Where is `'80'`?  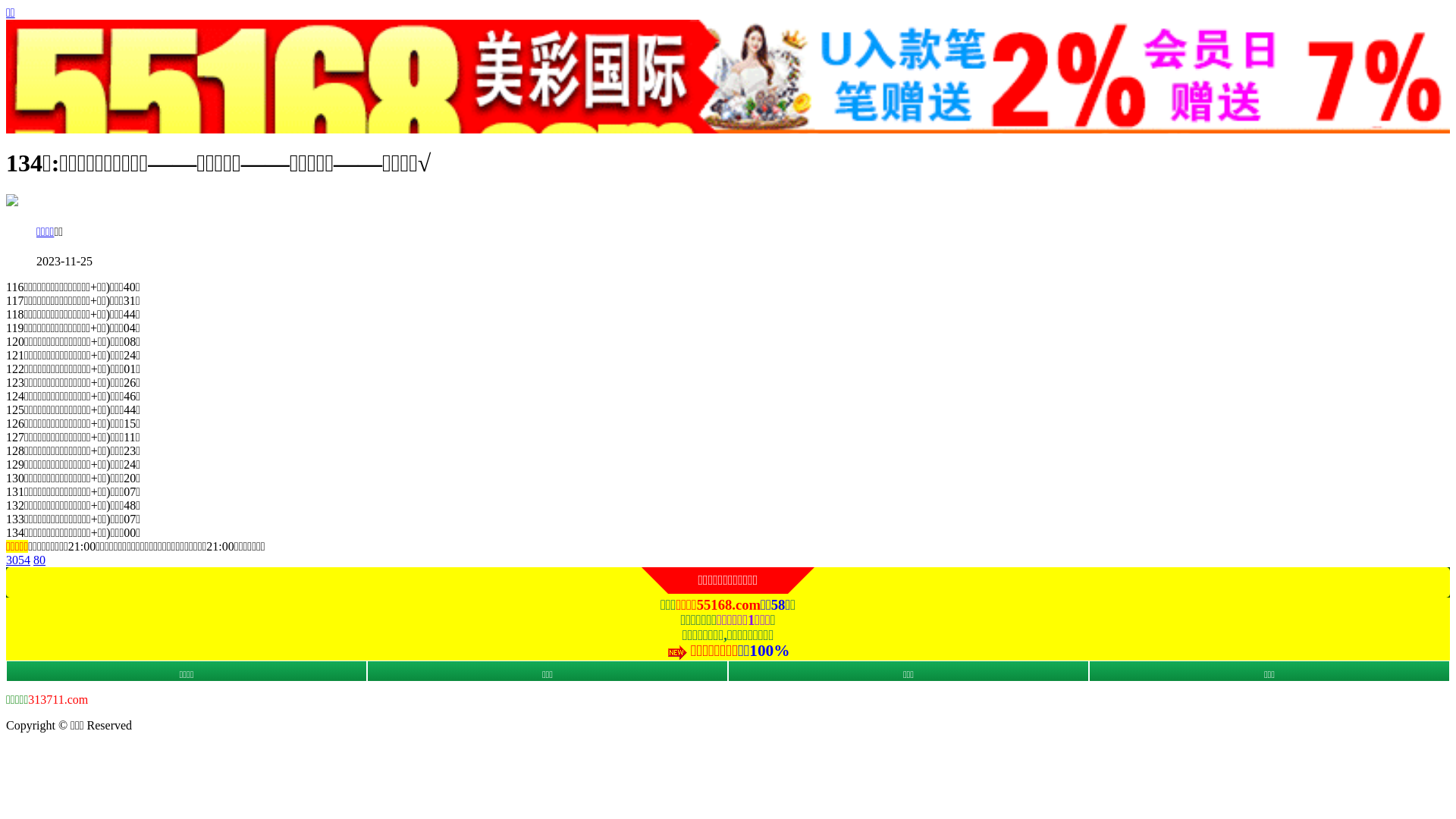 '80' is located at coordinates (39, 560).